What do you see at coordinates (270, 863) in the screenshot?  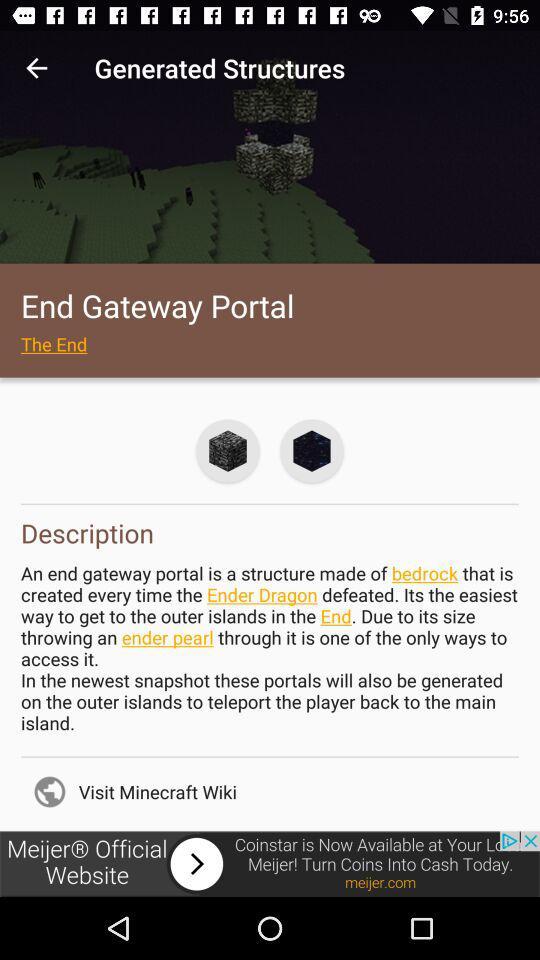 I see `share the article` at bounding box center [270, 863].